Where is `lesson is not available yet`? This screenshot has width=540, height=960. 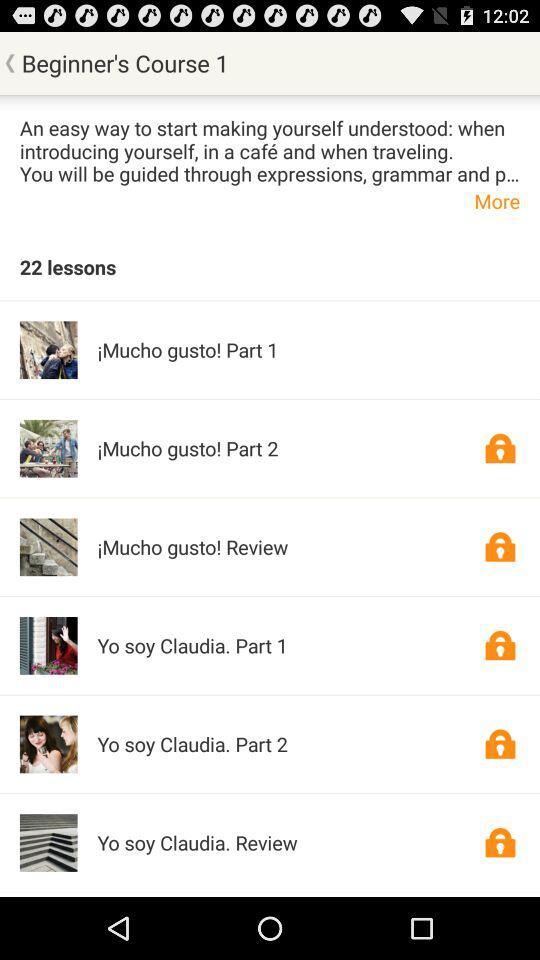 lesson is not available yet is located at coordinates (499, 841).